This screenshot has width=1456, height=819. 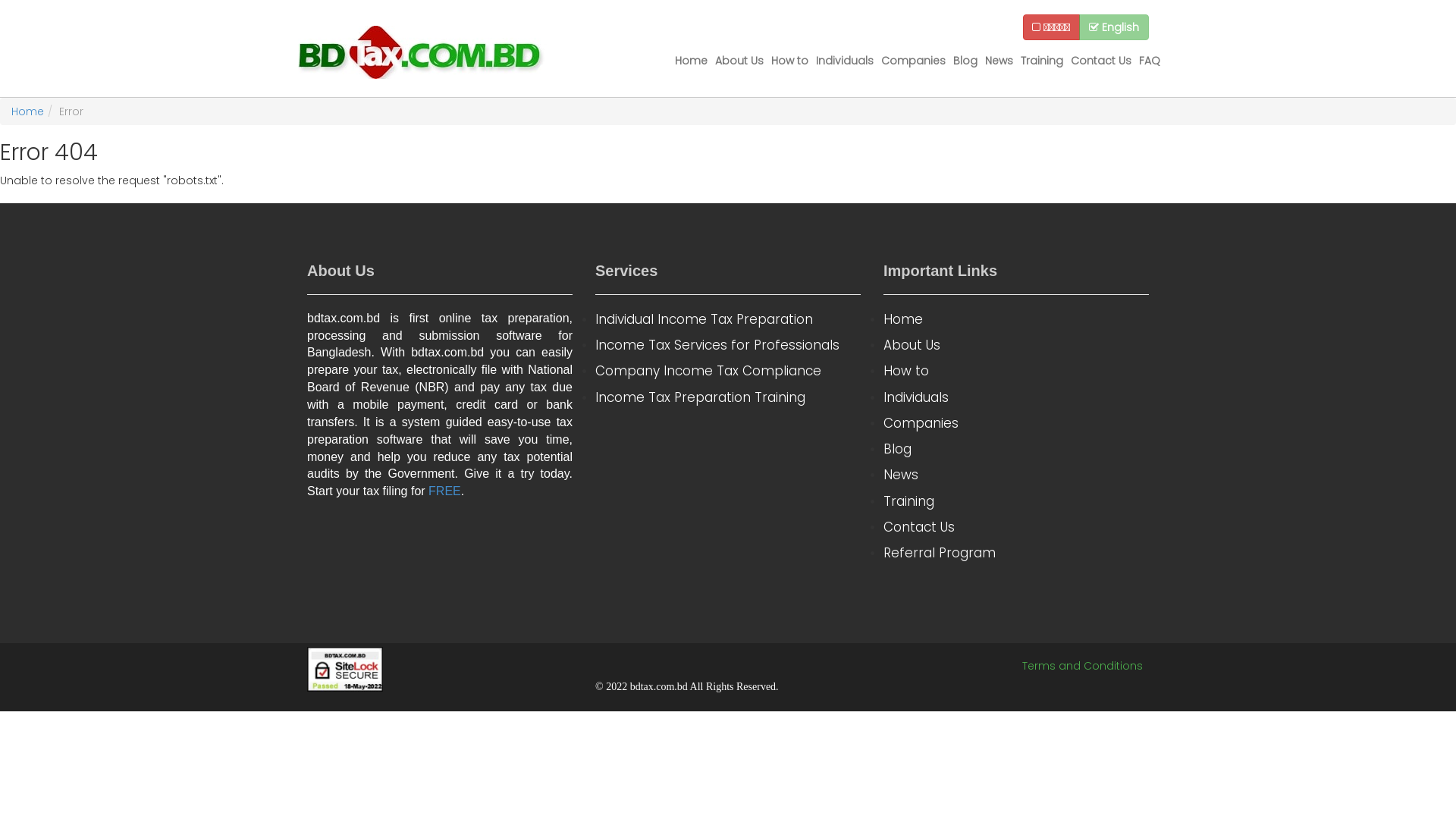 What do you see at coordinates (1081, 665) in the screenshot?
I see `'Terms and Conditions'` at bounding box center [1081, 665].